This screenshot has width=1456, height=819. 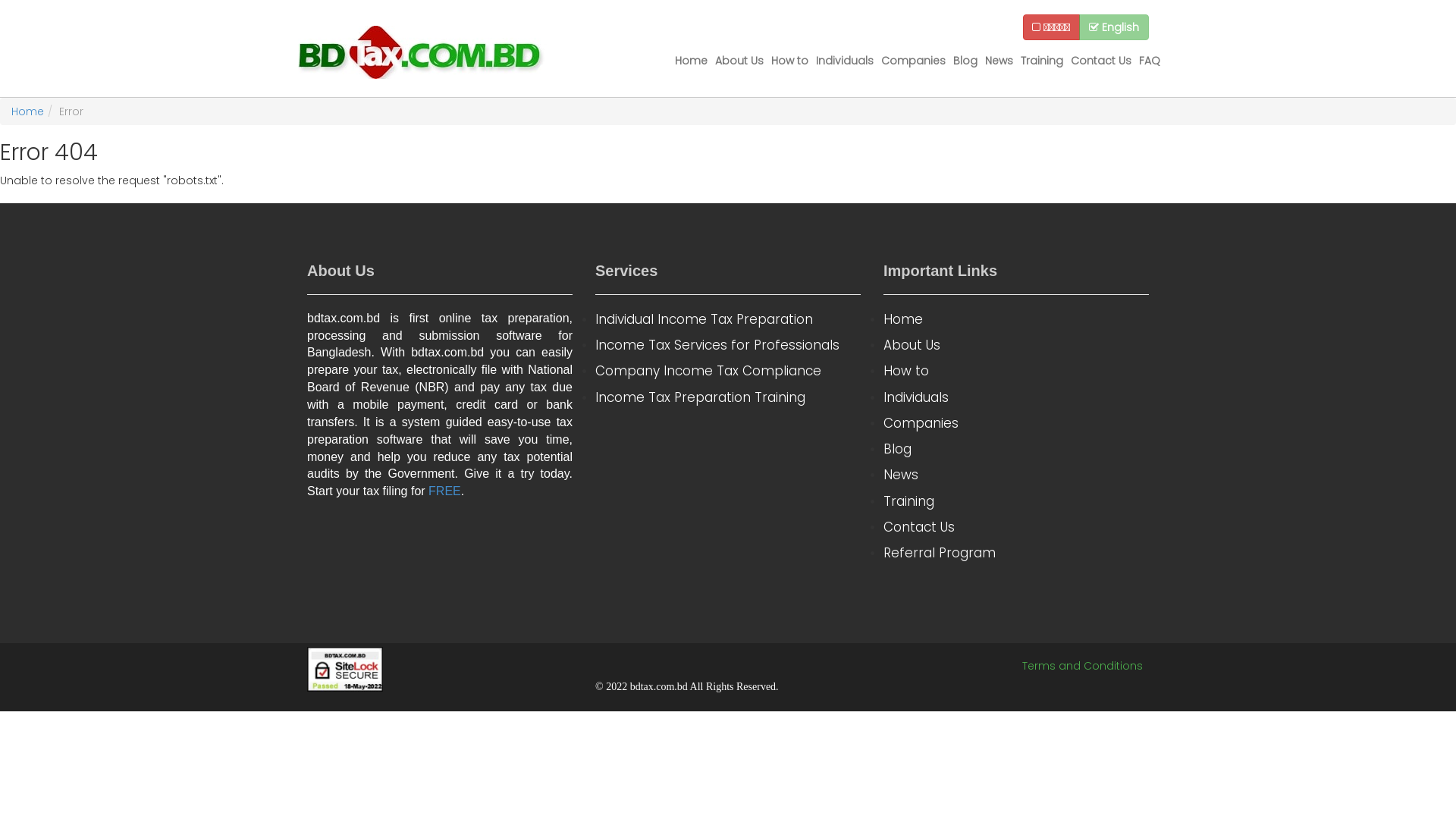 What do you see at coordinates (1081, 665) in the screenshot?
I see `'Terms and Conditions'` at bounding box center [1081, 665].